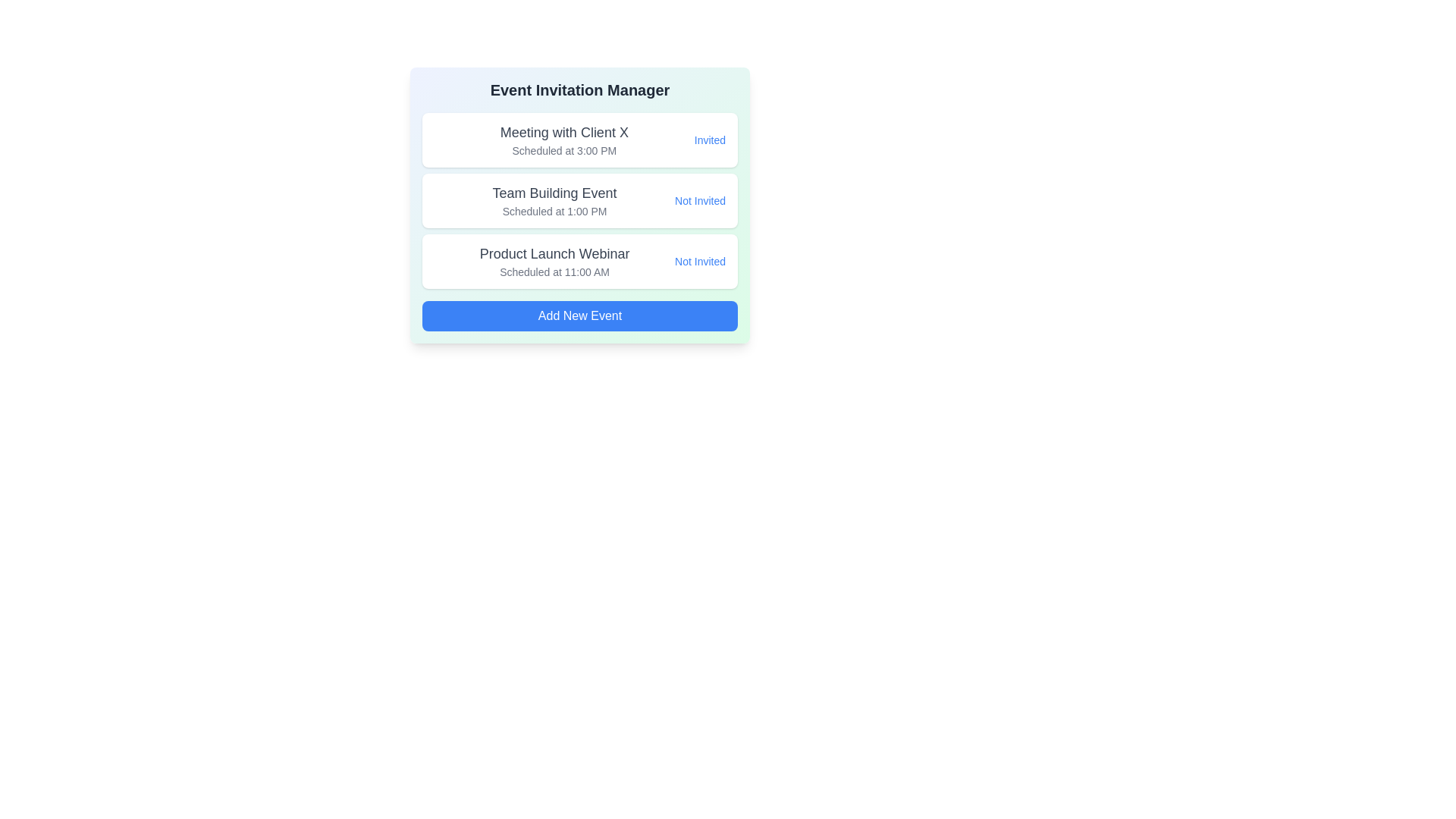  What do you see at coordinates (699, 200) in the screenshot?
I see `the invitation status button for the event Team Building Event` at bounding box center [699, 200].